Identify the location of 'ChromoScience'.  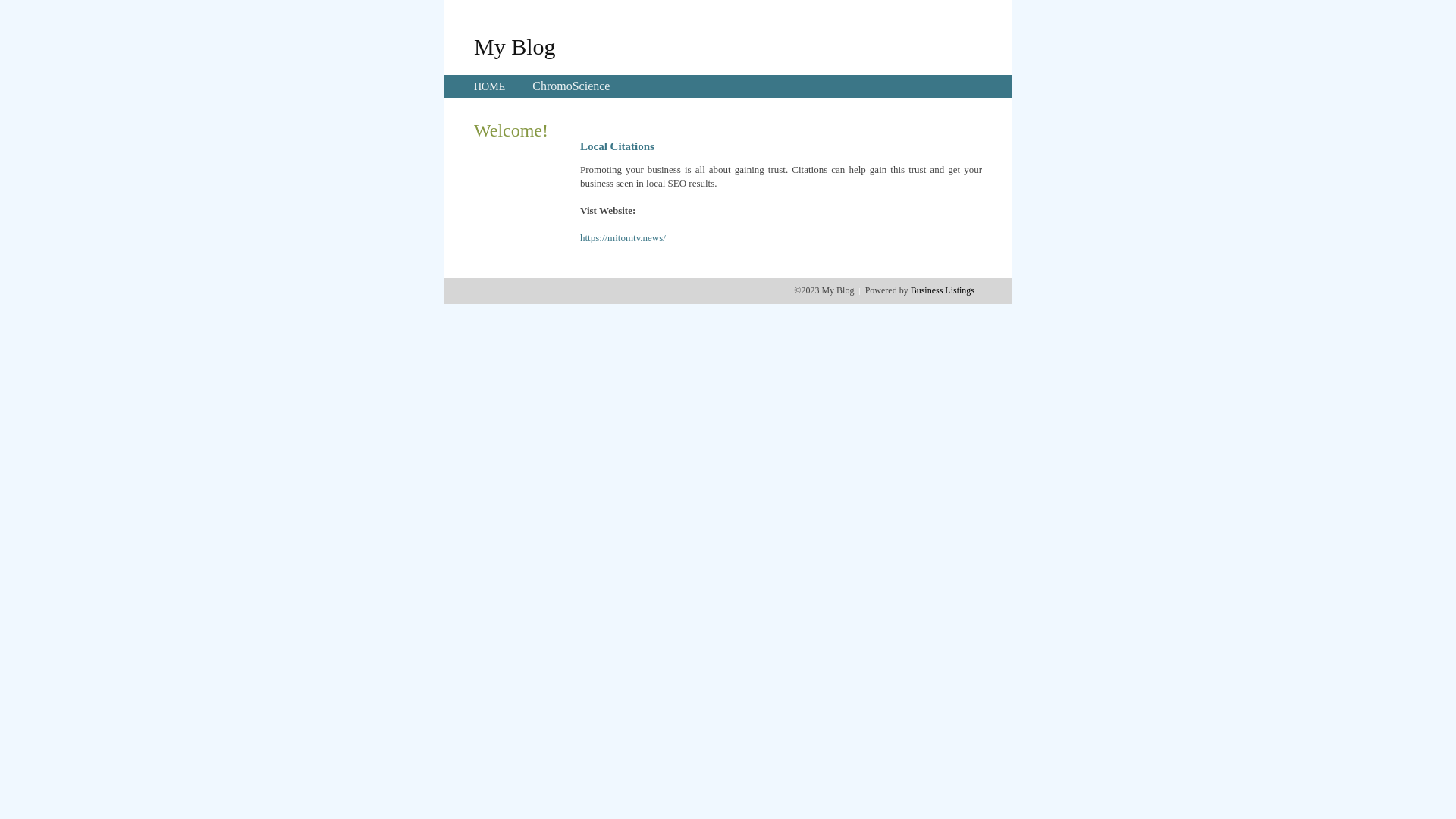
(570, 86).